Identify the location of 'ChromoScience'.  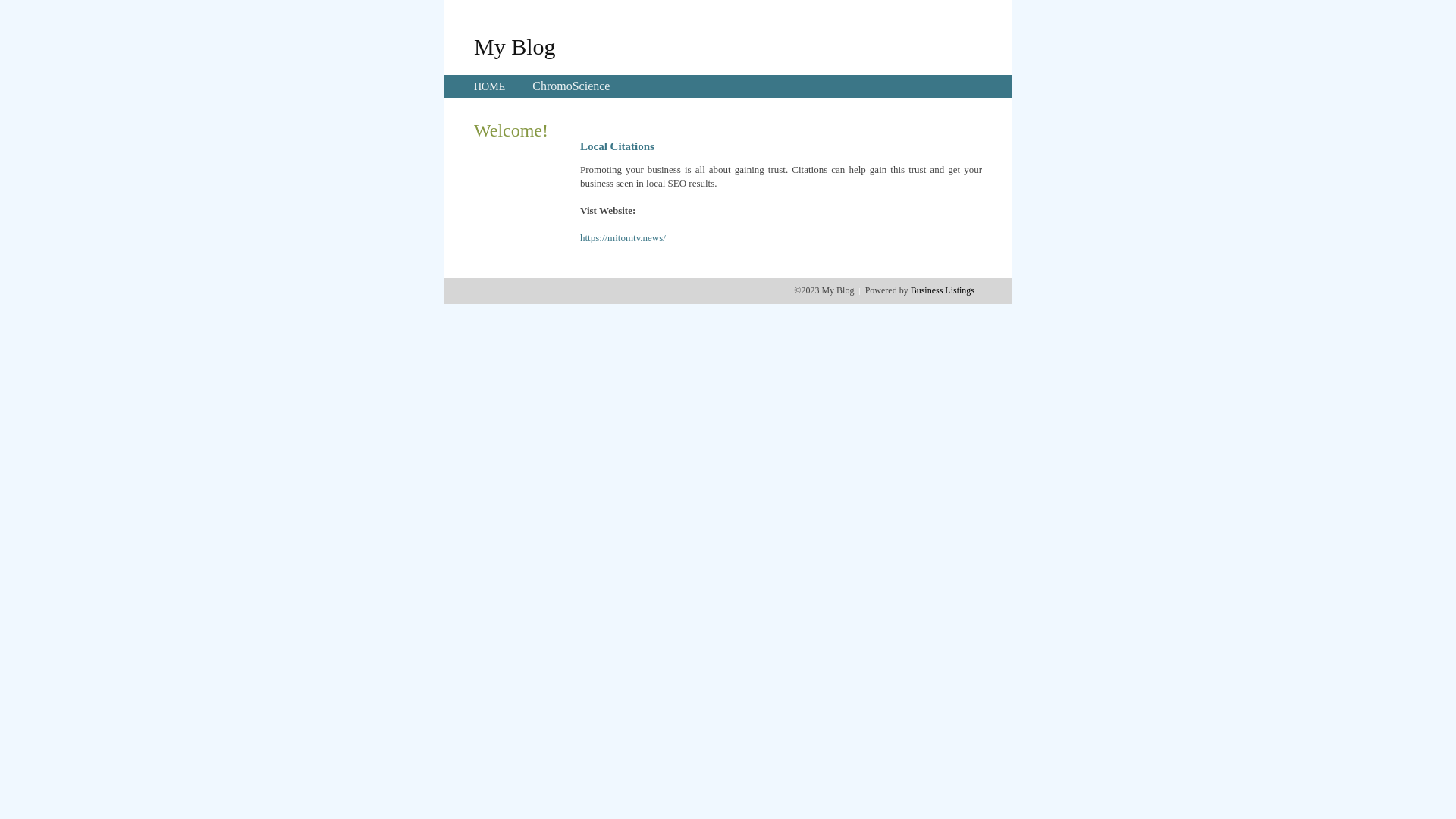
(570, 86).